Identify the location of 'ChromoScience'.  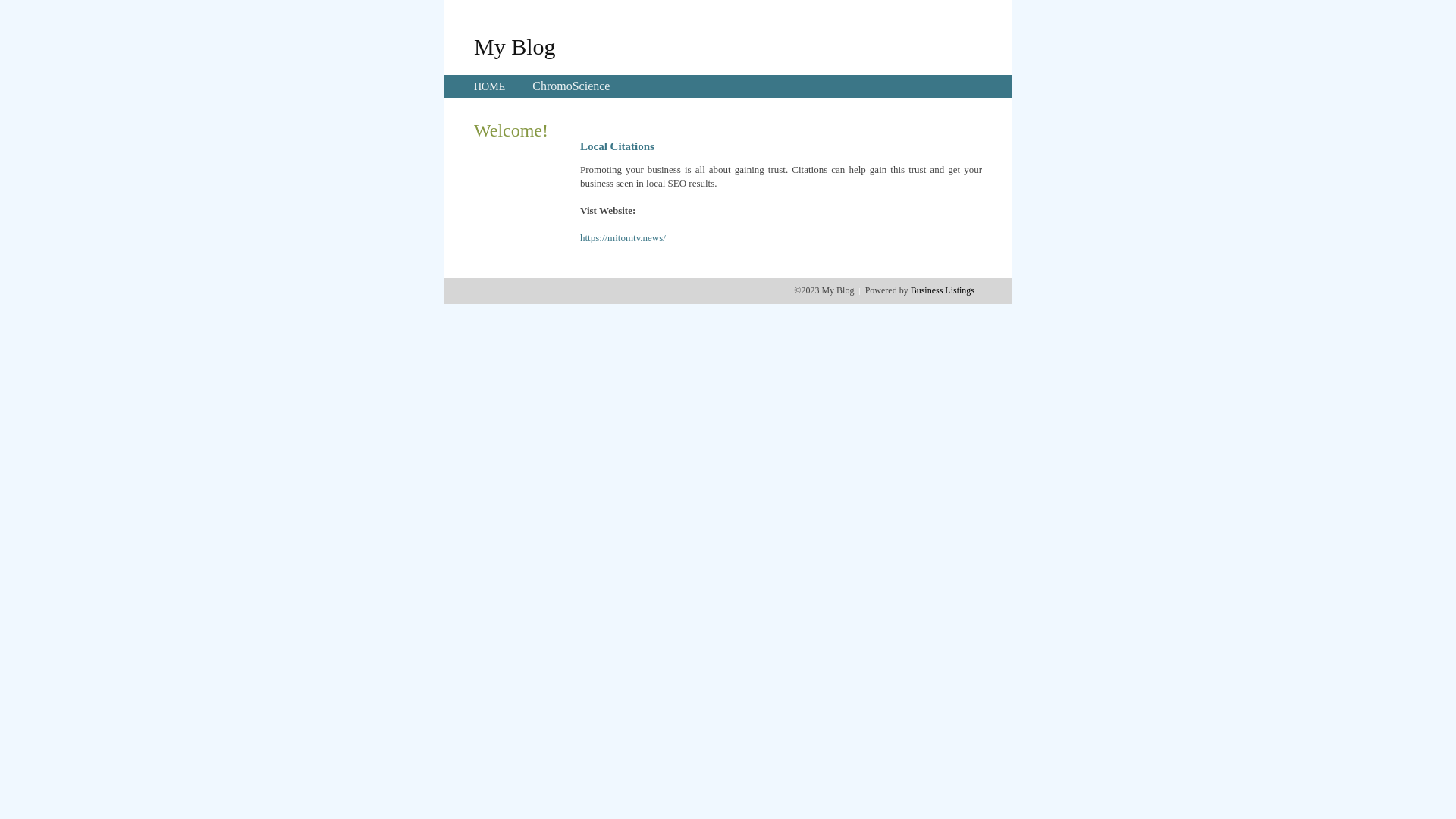
(570, 86).